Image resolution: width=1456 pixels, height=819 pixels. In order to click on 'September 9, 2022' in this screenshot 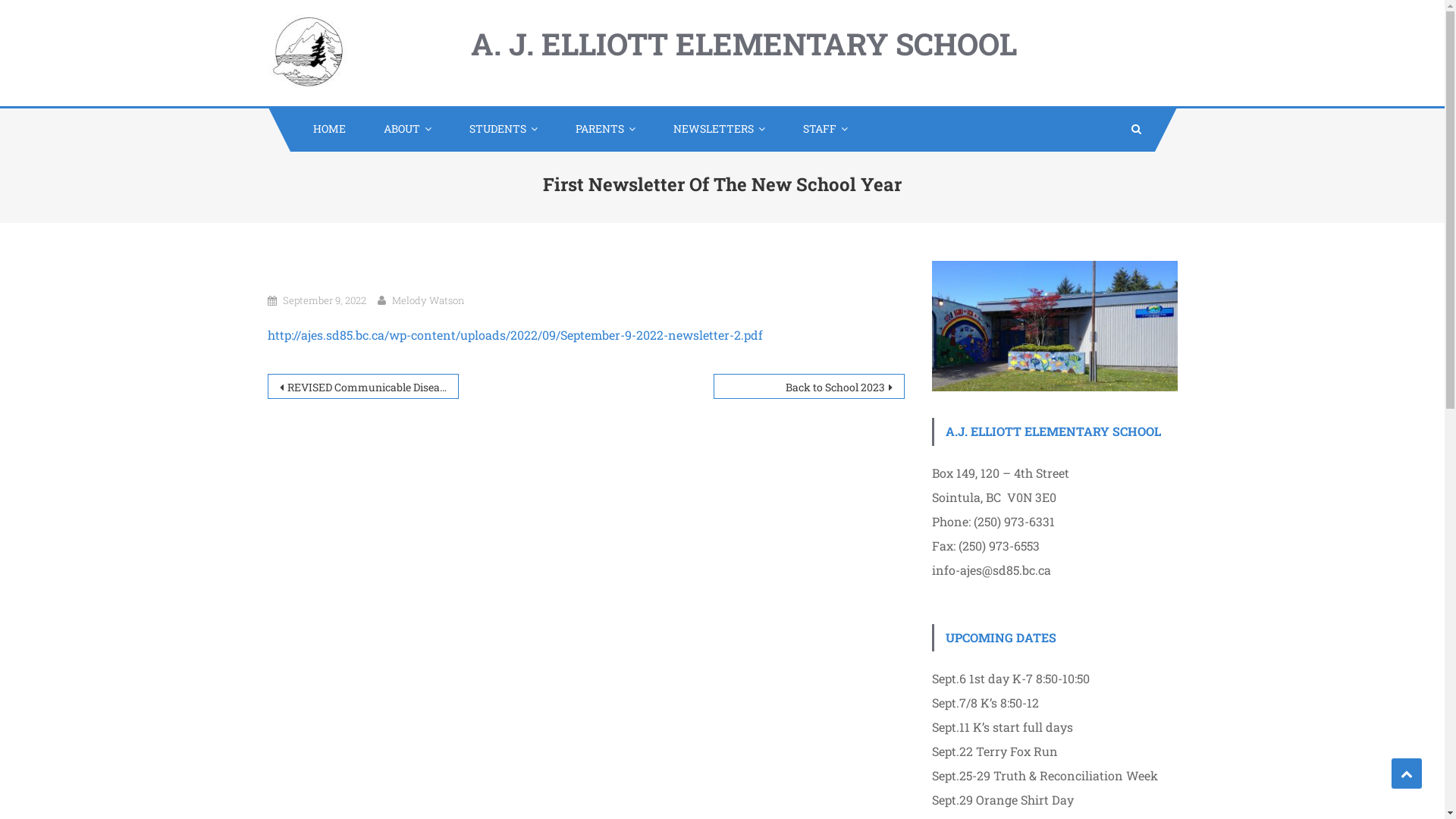, I will do `click(323, 300)`.